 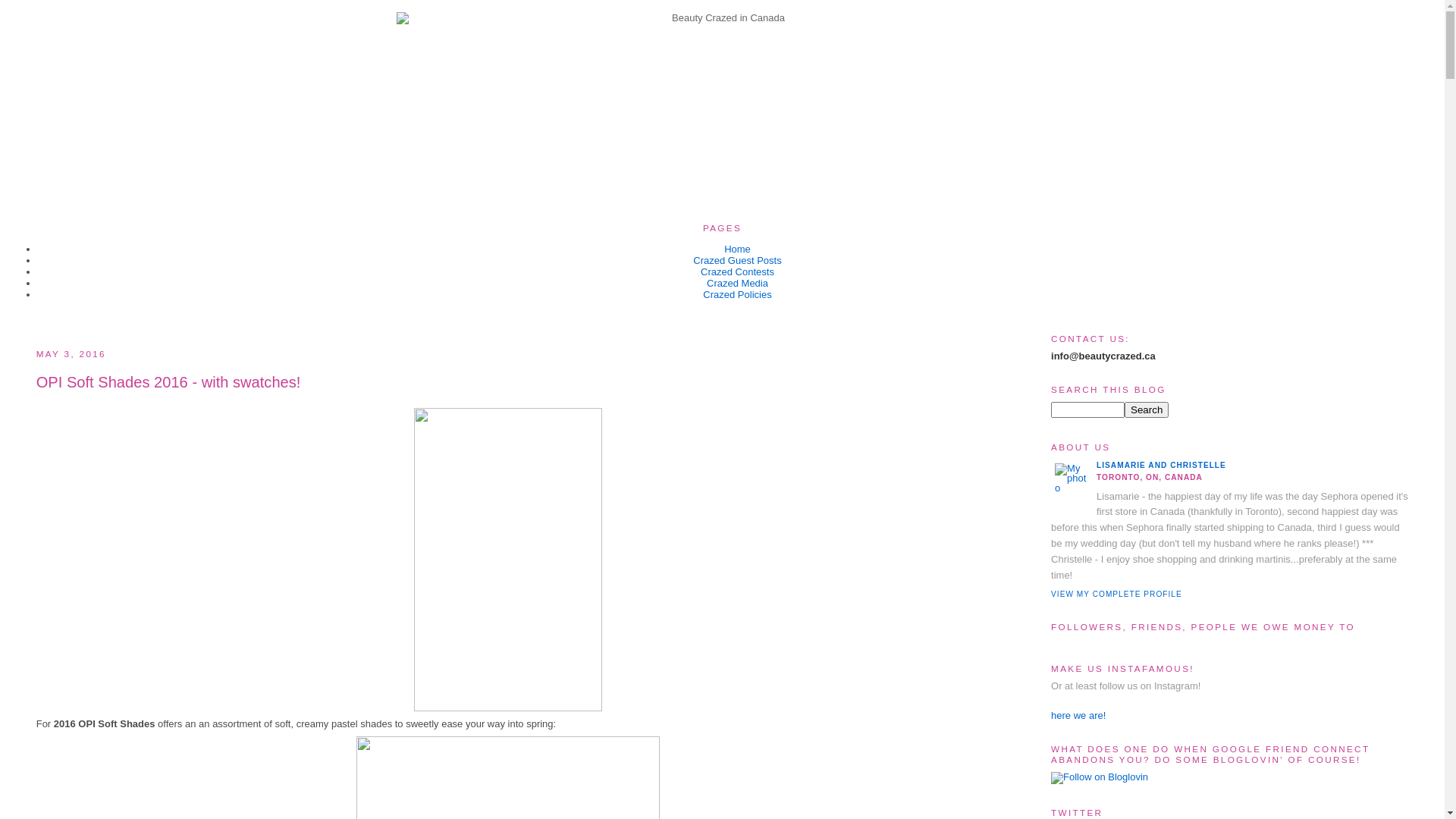 What do you see at coordinates (1147, 409) in the screenshot?
I see `'search'` at bounding box center [1147, 409].